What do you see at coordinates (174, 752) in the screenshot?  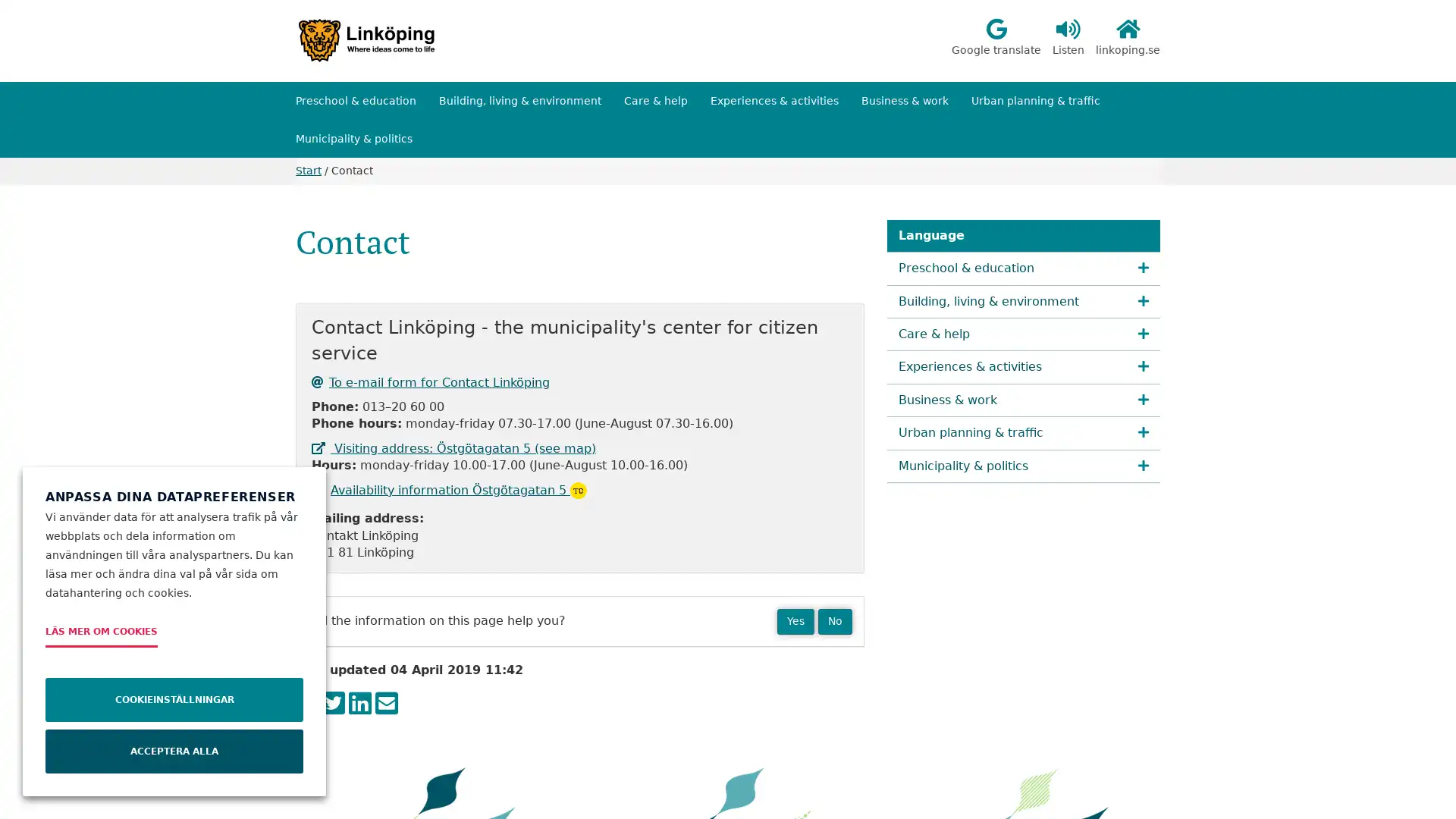 I see `ACCEPTERA ALLA` at bounding box center [174, 752].